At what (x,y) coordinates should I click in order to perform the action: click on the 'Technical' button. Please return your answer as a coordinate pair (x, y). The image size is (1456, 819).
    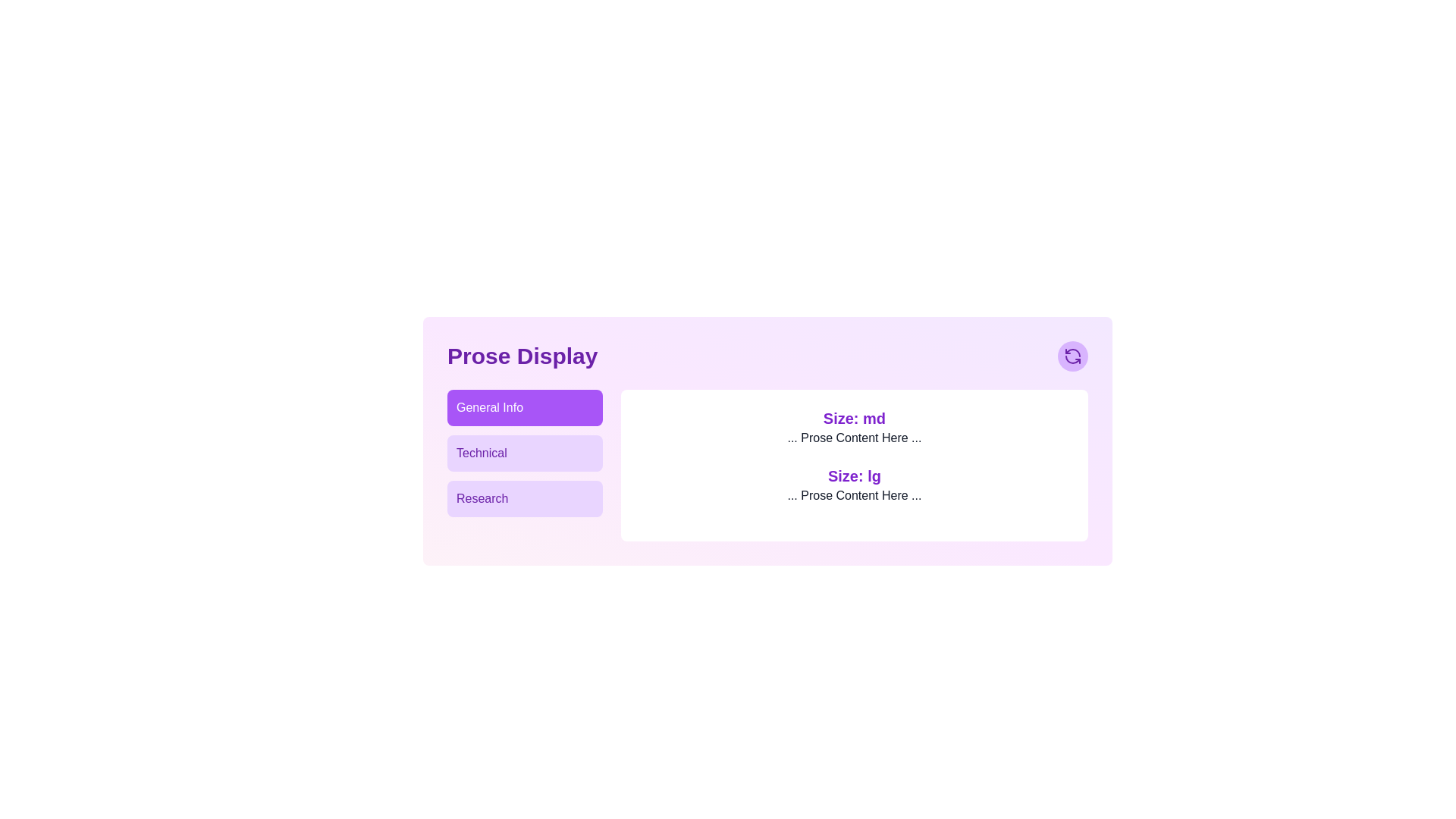
    Looking at the image, I should click on (525, 452).